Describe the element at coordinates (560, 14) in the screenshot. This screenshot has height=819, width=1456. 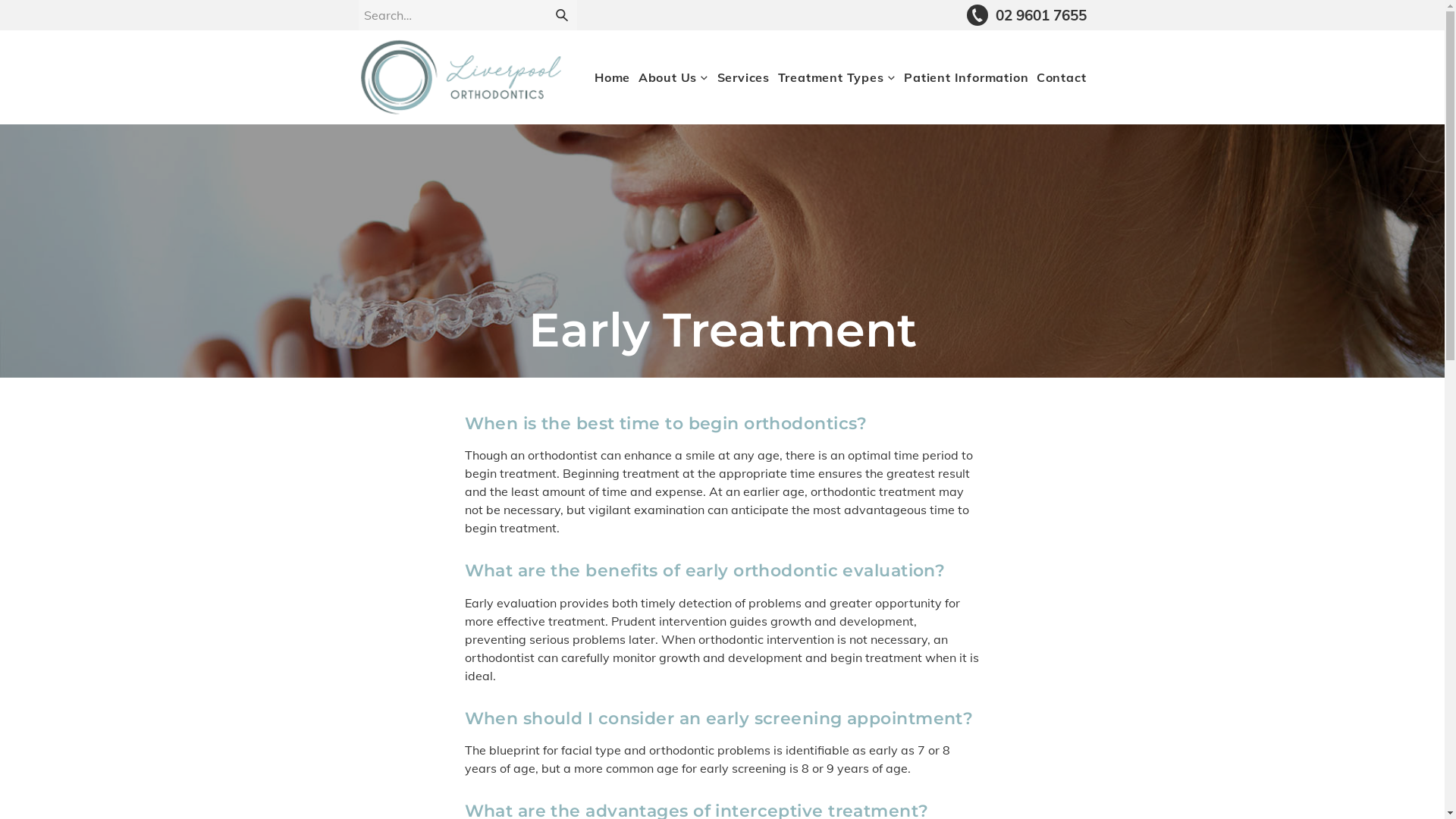
I see `'Search'` at that location.